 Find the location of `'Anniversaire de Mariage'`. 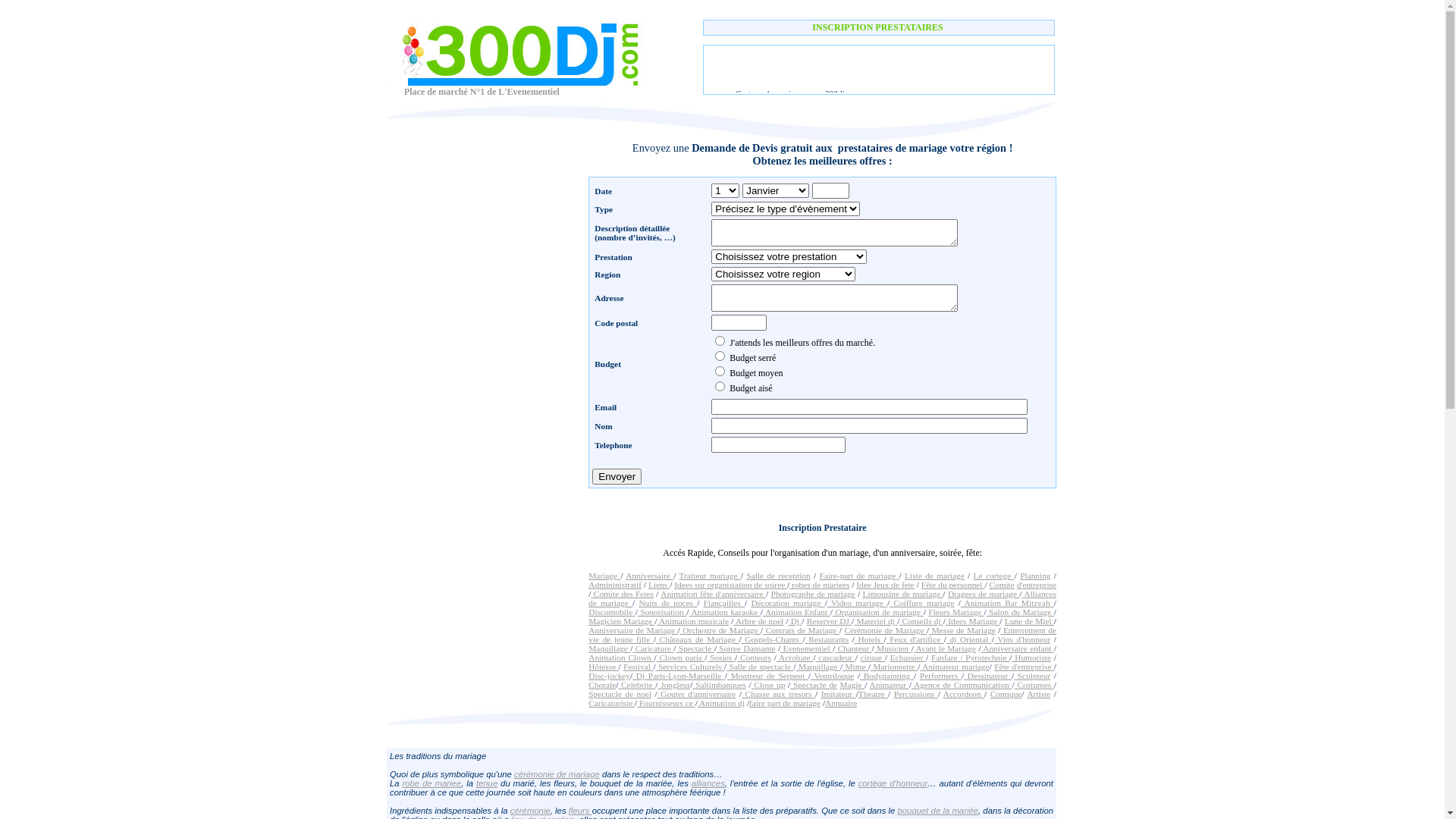

'Anniversaire de Mariage' is located at coordinates (632, 629).